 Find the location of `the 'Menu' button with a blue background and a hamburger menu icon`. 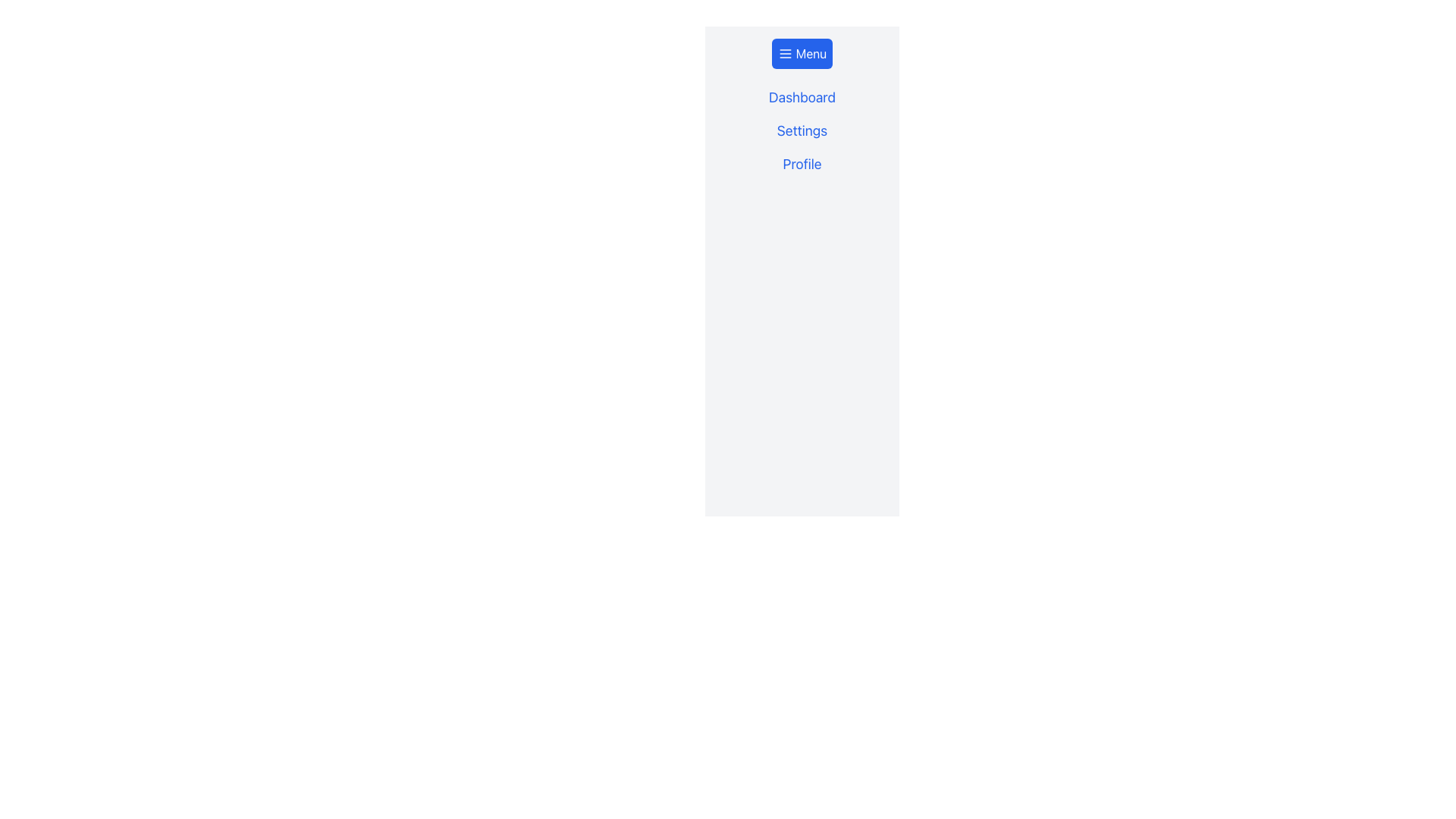

the 'Menu' button with a blue background and a hamburger menu icon is located at coordinates (801, 52).